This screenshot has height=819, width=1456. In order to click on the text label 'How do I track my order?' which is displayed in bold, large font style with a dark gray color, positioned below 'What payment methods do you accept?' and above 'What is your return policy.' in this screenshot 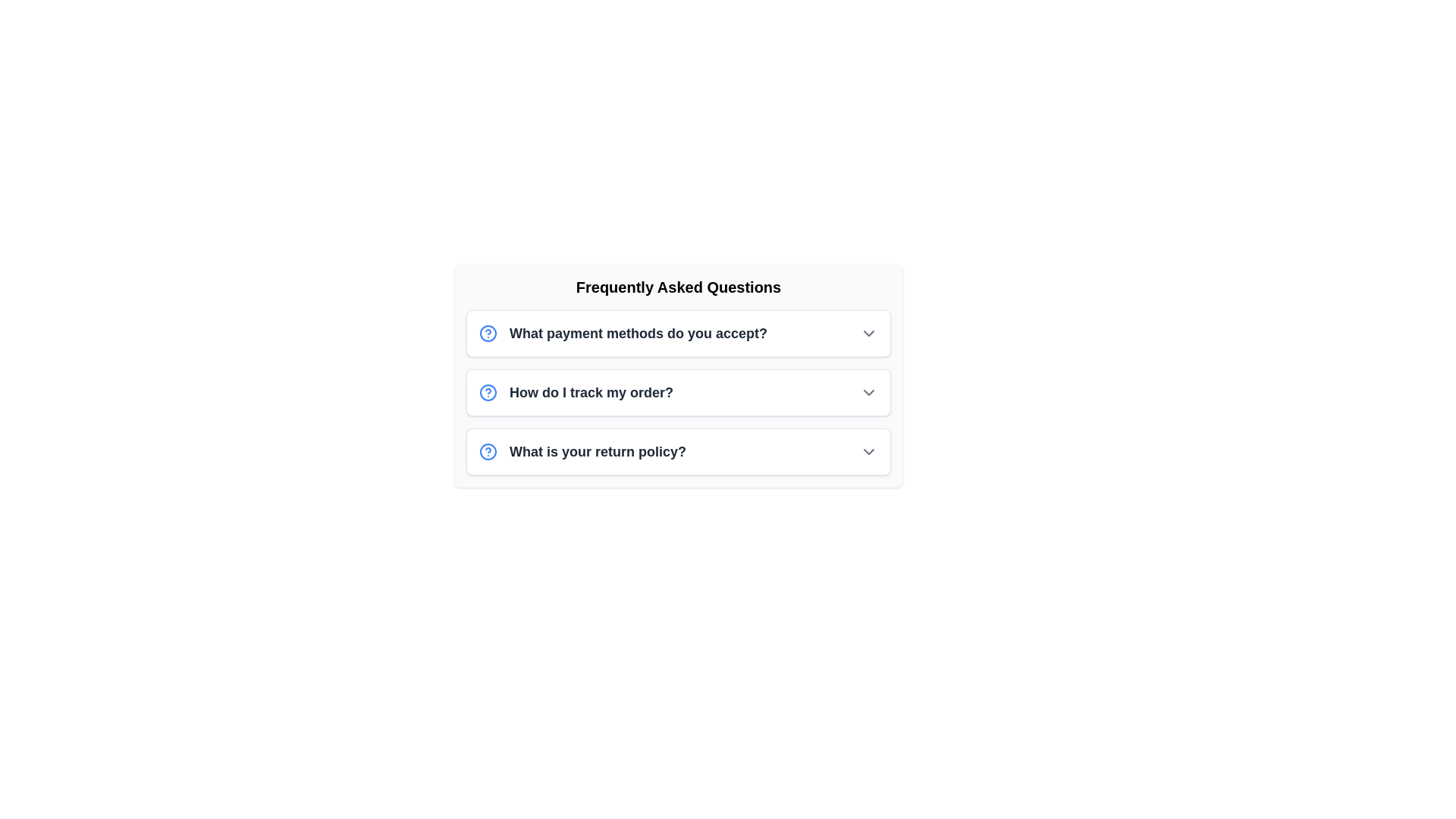, I will do `click(591, 391)`.